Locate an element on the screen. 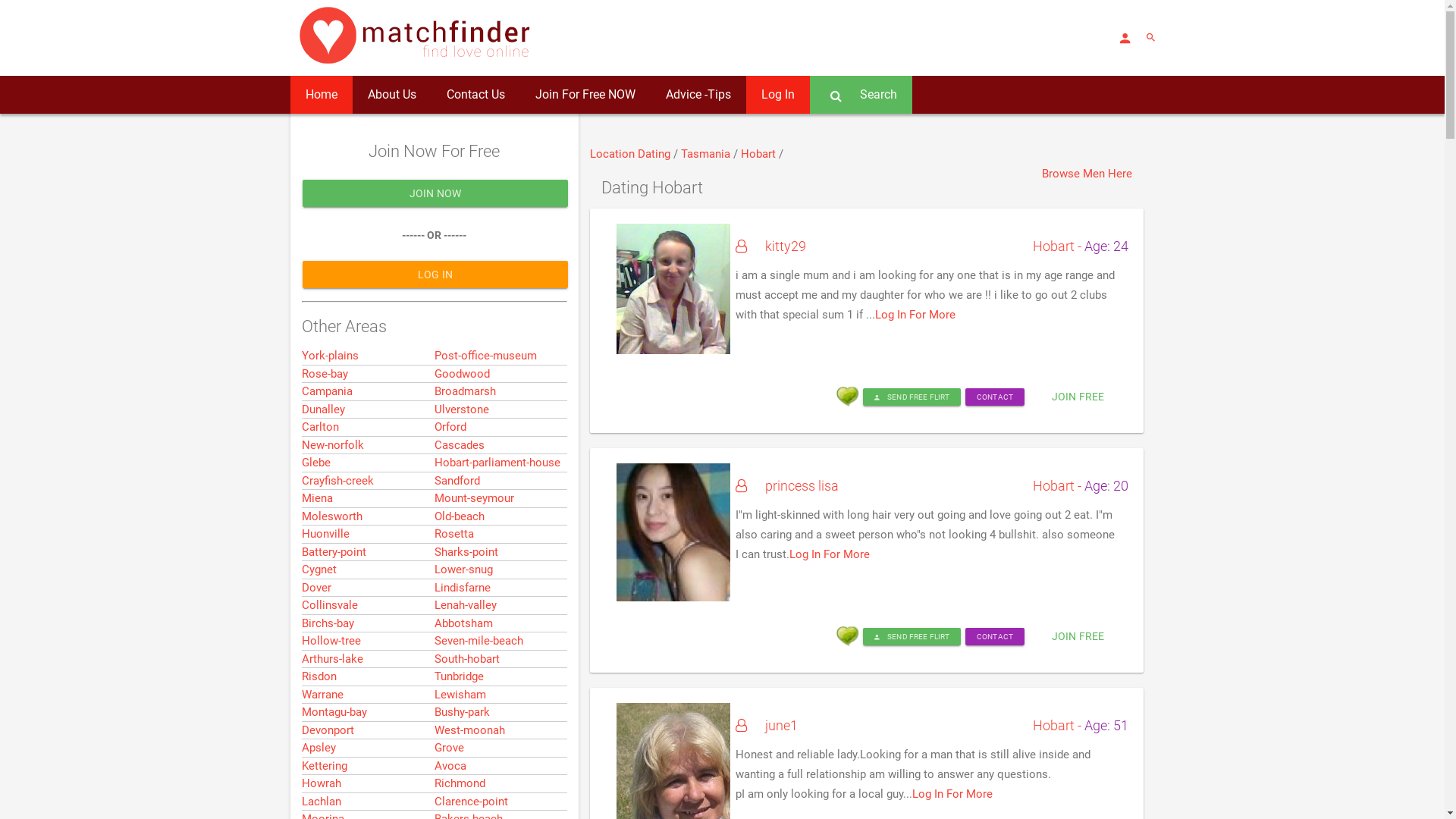  'Miena' is located at coordinates (316, 497).